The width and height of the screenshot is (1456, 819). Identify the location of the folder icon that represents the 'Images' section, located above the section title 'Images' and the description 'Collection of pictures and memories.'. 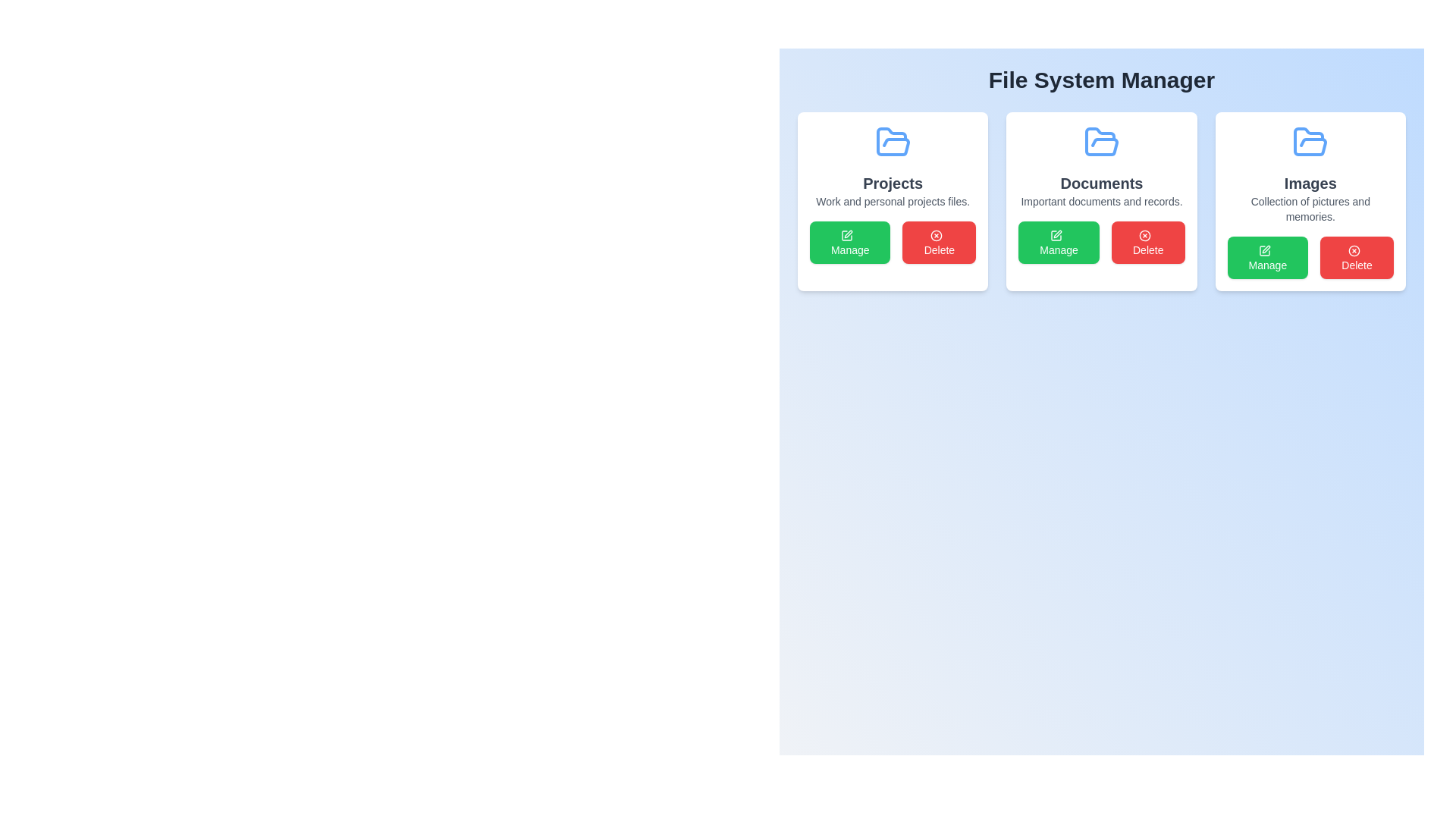
(1310, 143).